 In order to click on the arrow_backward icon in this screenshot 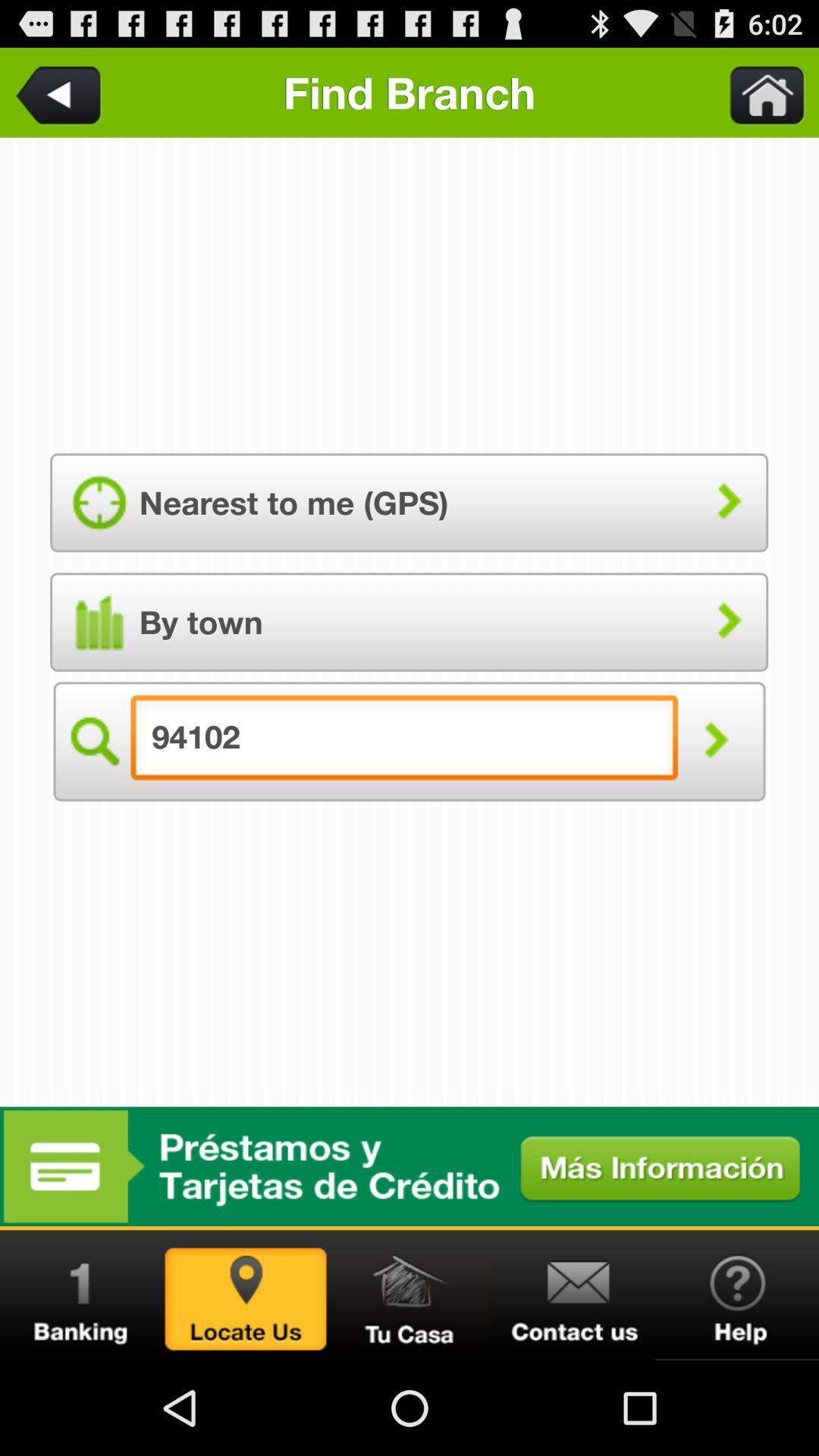, I will do `click(61, 98)`.